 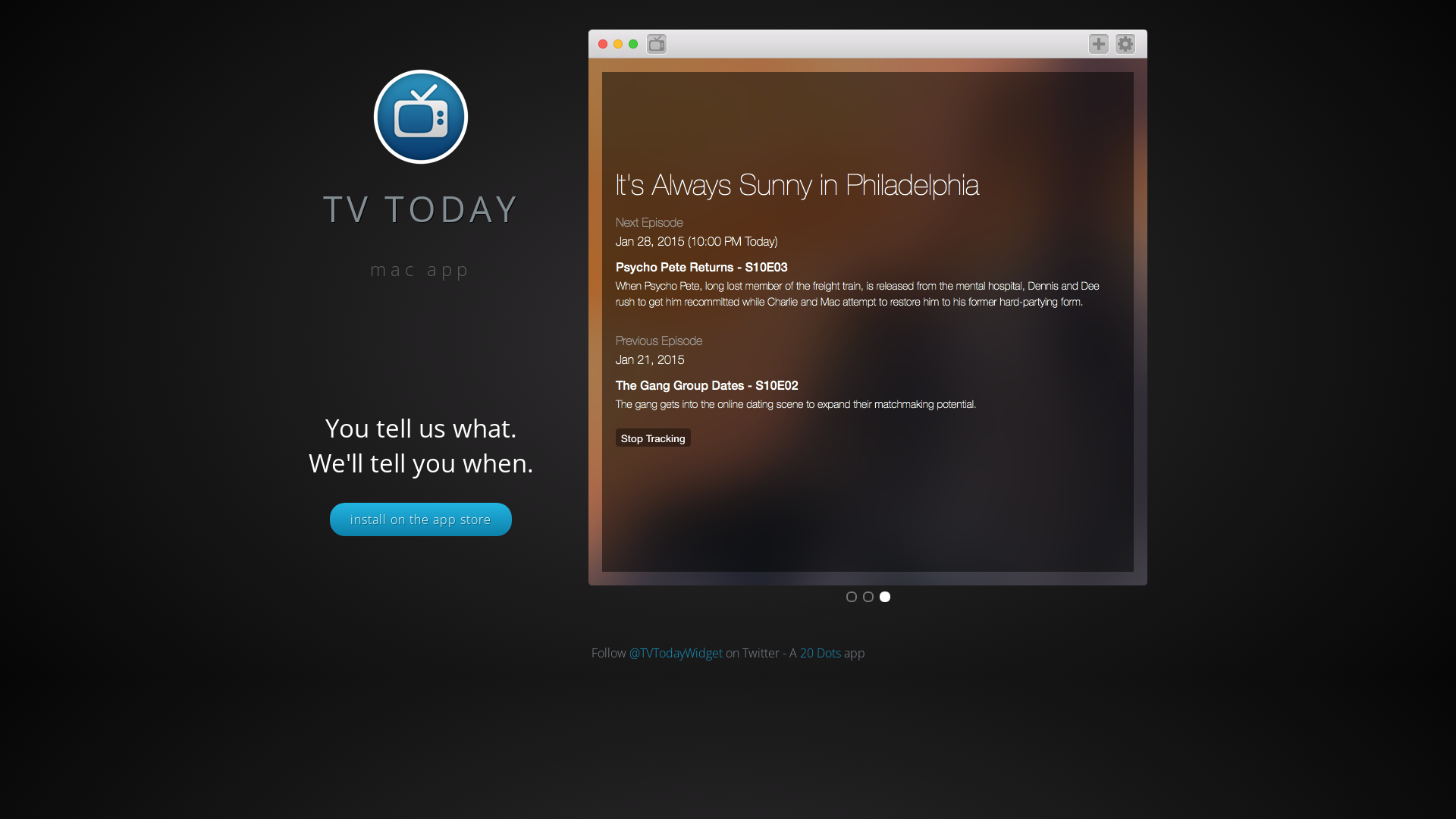 I want to click on '20 Dots', so click(x=818, y=651).